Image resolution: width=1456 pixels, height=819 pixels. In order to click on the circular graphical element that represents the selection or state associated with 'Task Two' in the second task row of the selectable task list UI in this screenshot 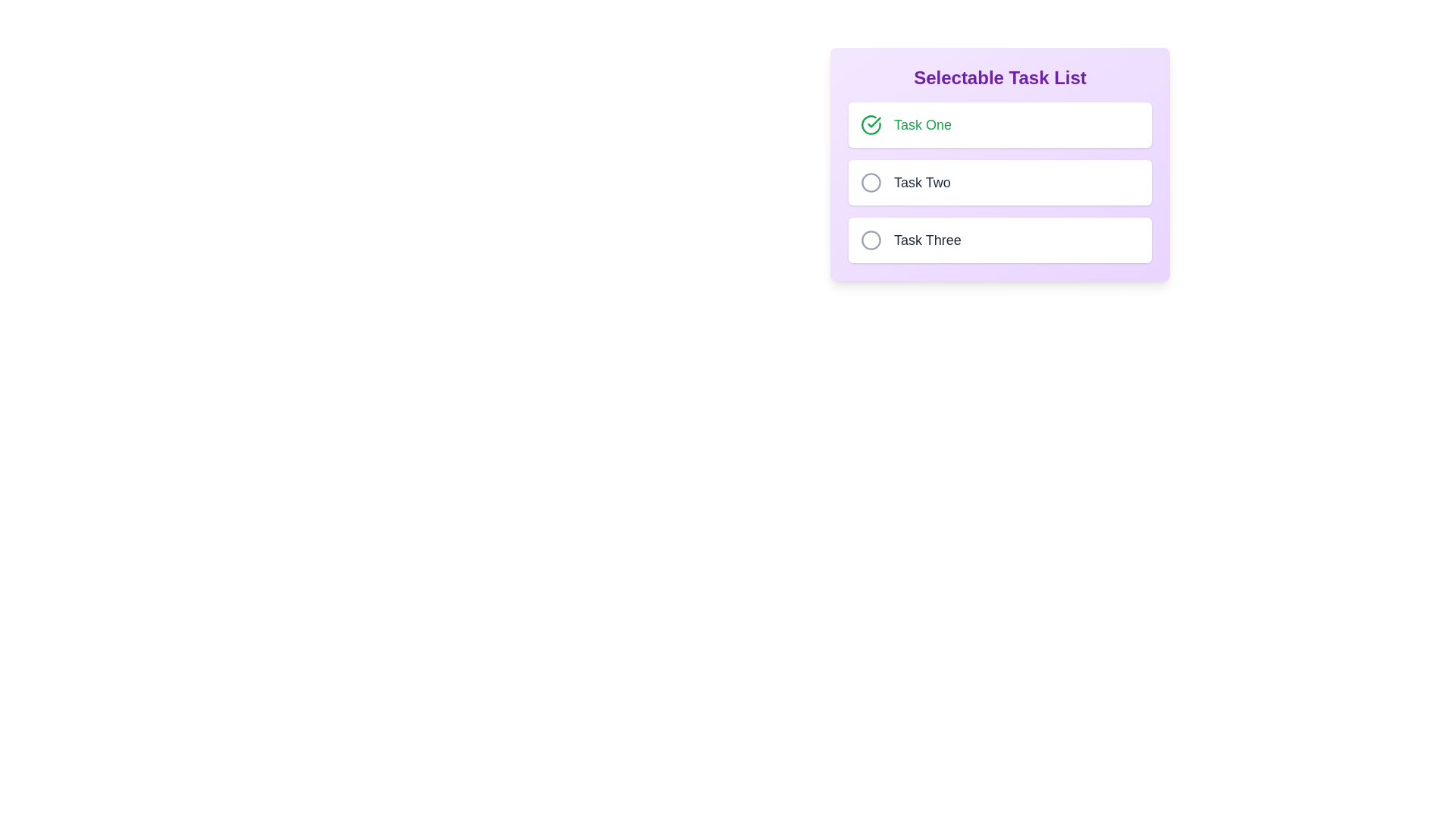, I will do `click(871, 181)`.